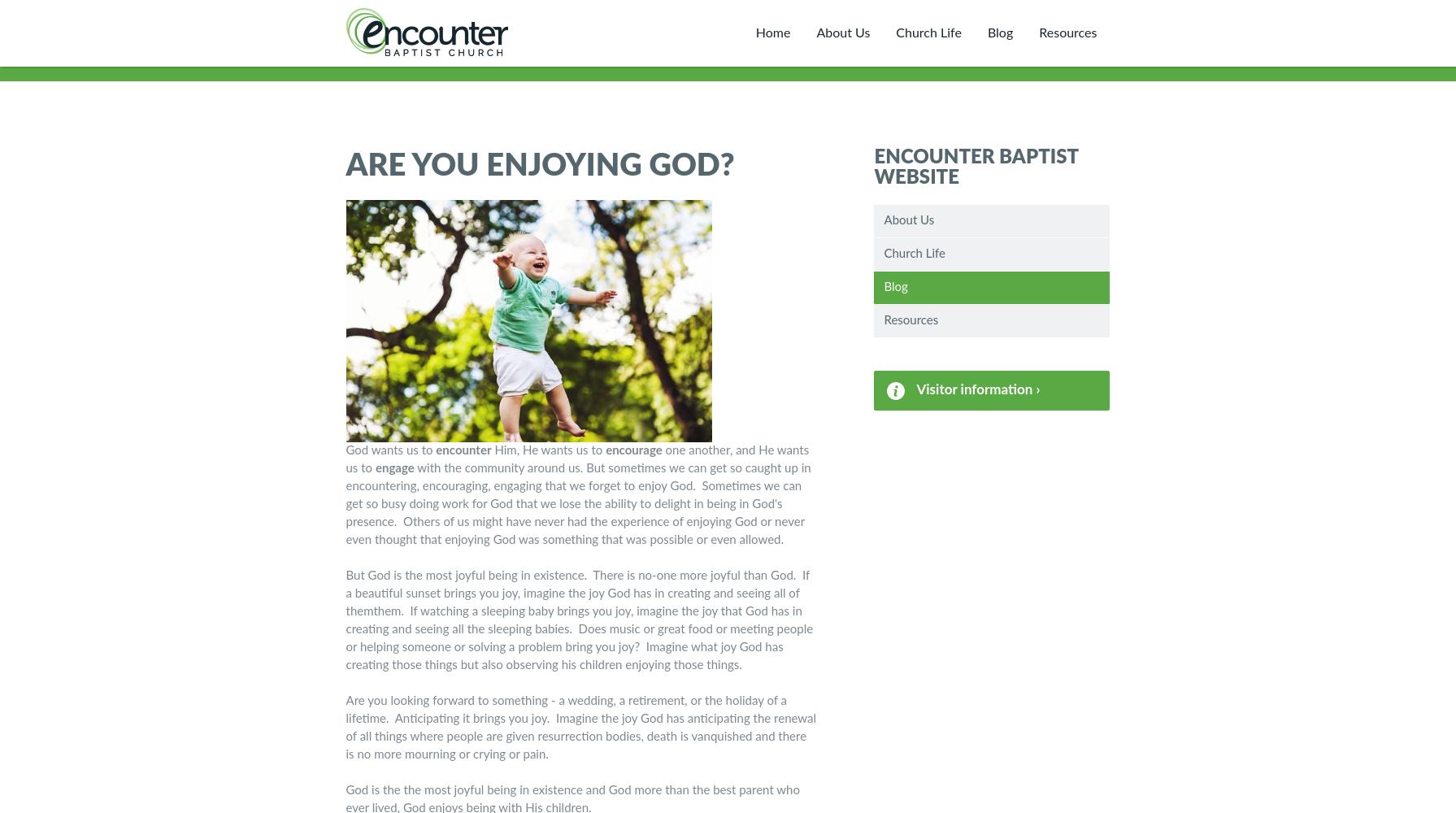  I want to click on 'God wants us to', so click(346, 450).